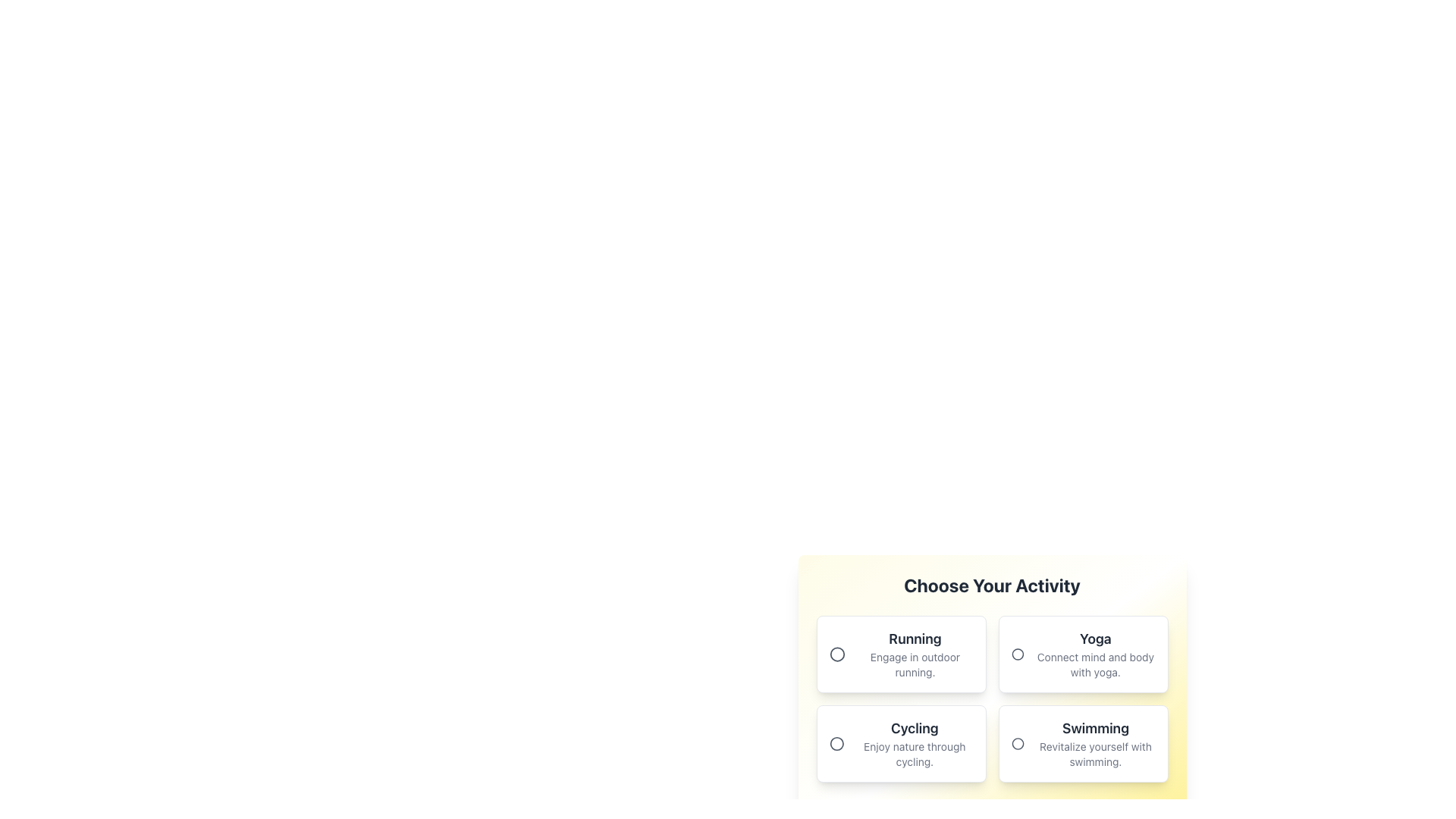  What do you see at coordinates (836, 654) in the screenshot?
I see `the SVG circle graphic representing the 'Running' option, located in the top left of the grid under 'Choose Your Activity.'` at bounding box center [836, 654].